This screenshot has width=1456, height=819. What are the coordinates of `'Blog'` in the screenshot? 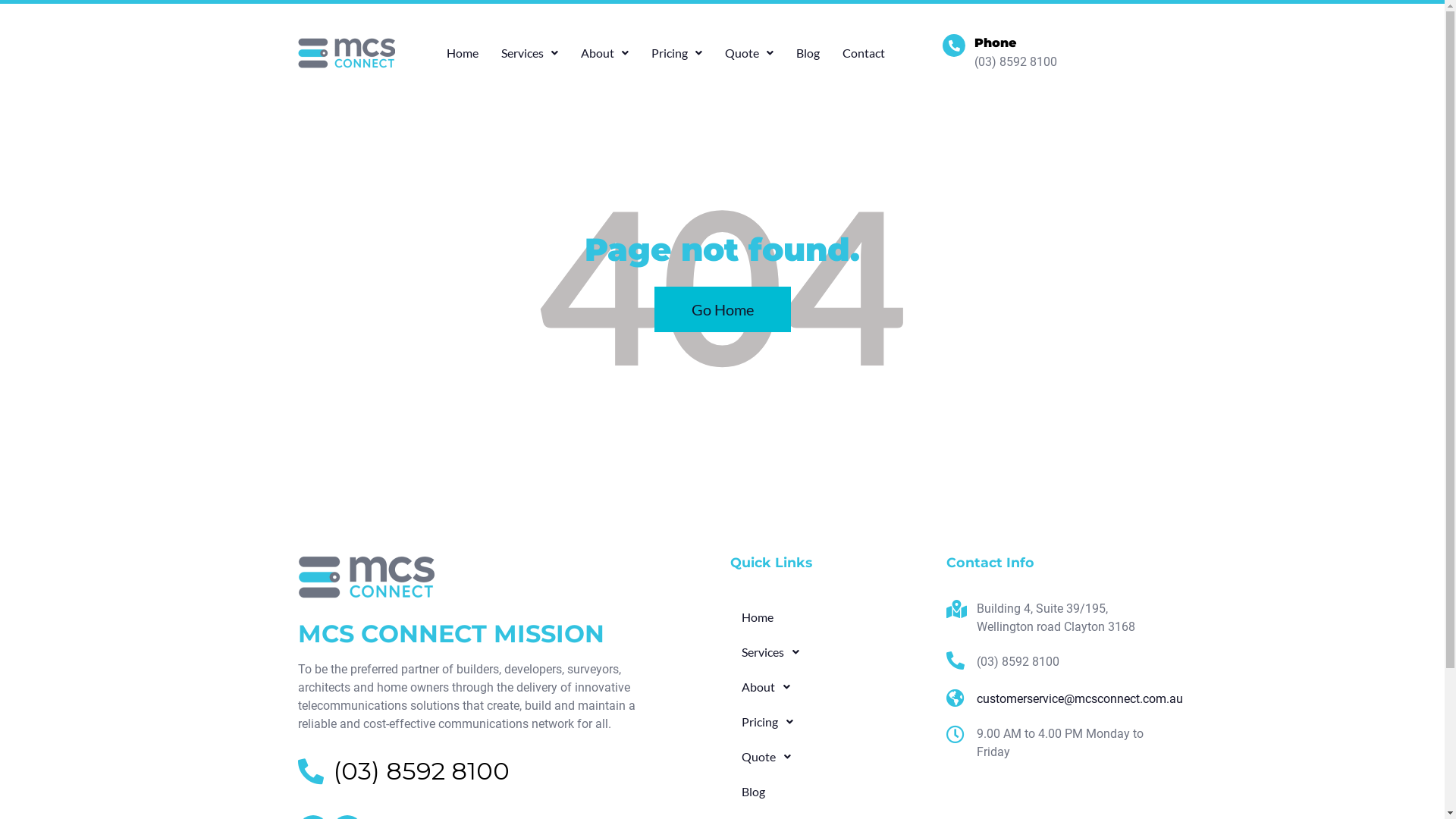 It's located at (829, 791).